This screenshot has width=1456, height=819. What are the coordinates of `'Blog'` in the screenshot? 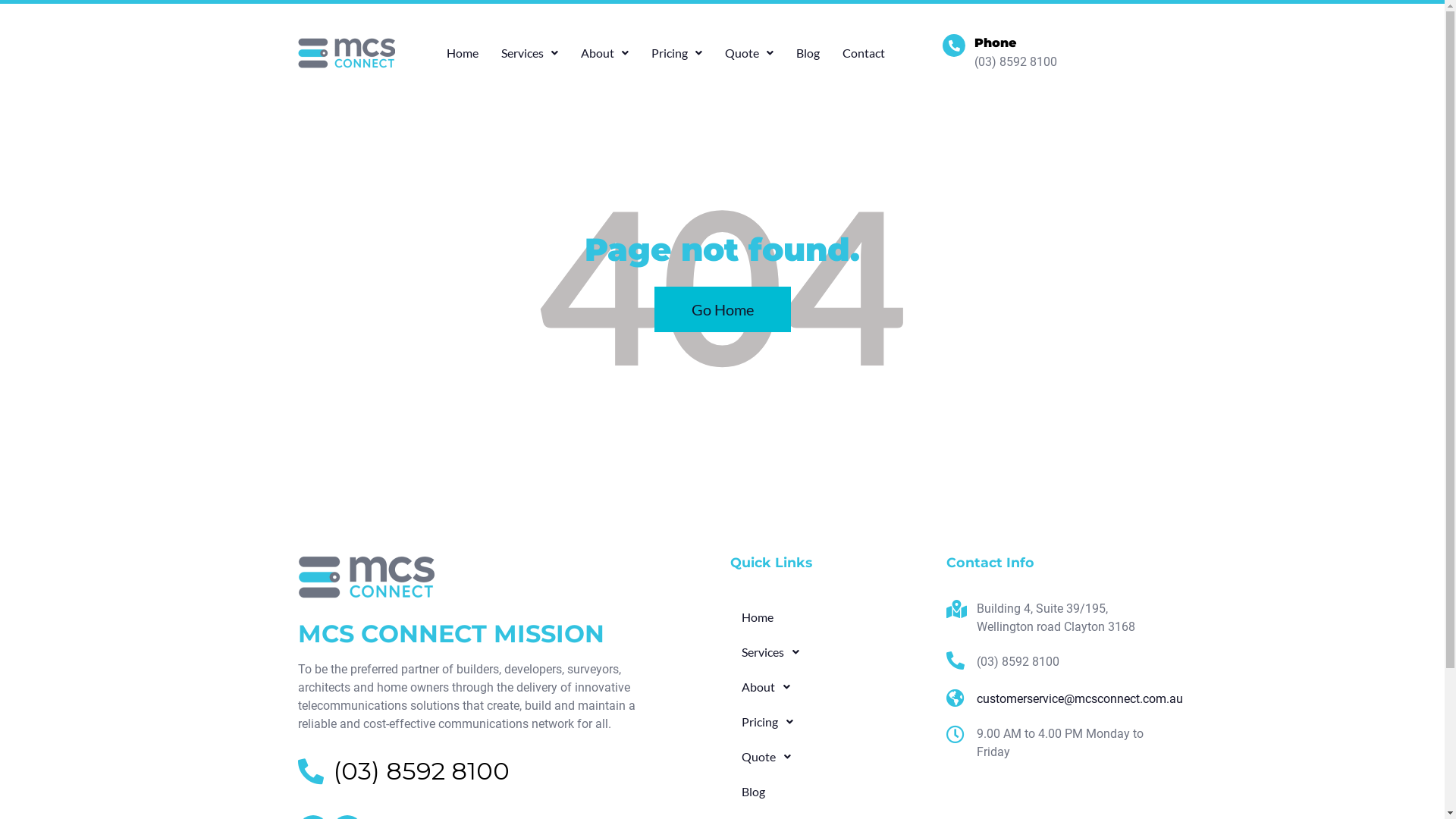 It's located at (829, 791).